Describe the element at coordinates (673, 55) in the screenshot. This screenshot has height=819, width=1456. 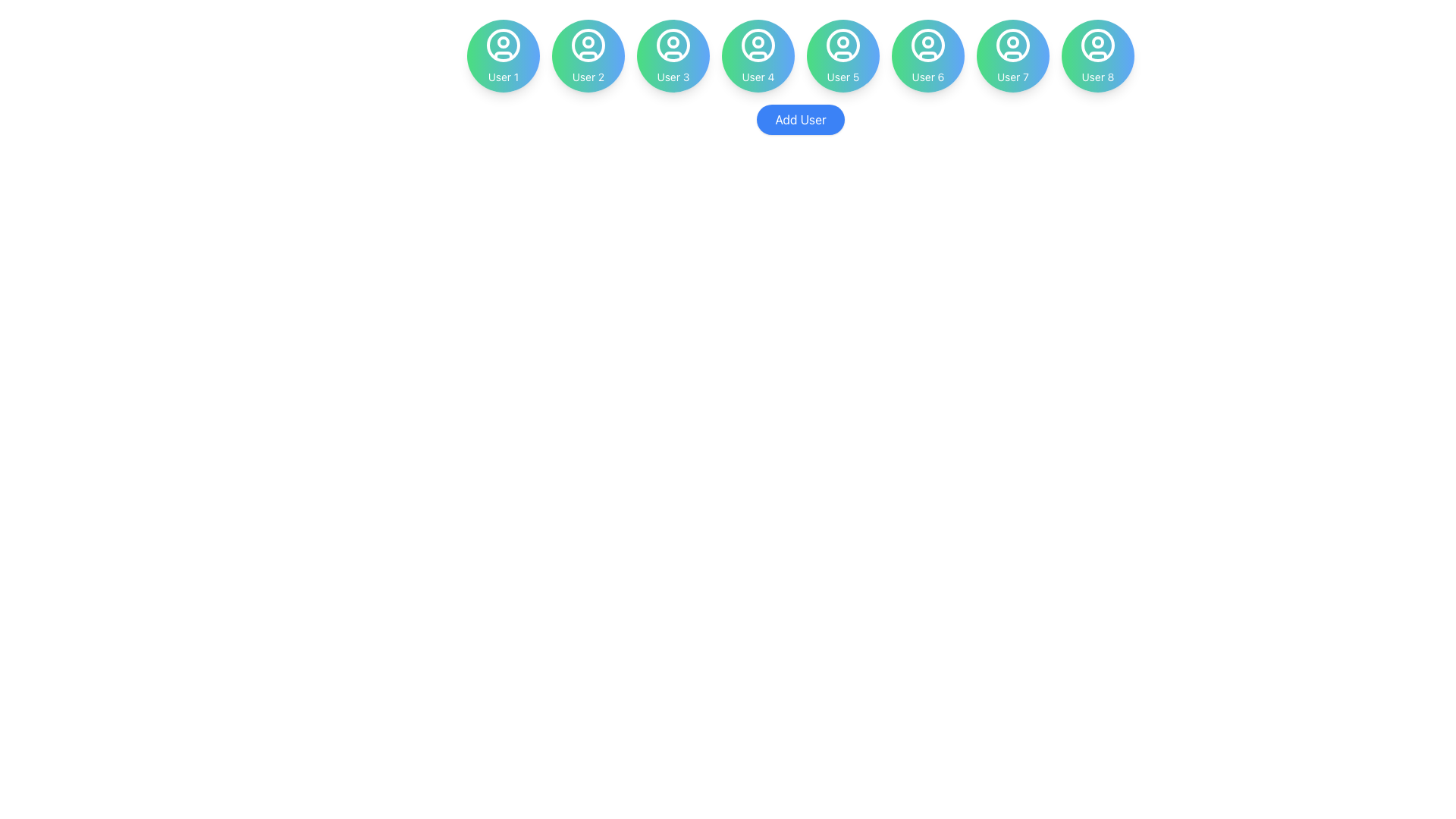
I see `the button representing 'User 3'` at that location.